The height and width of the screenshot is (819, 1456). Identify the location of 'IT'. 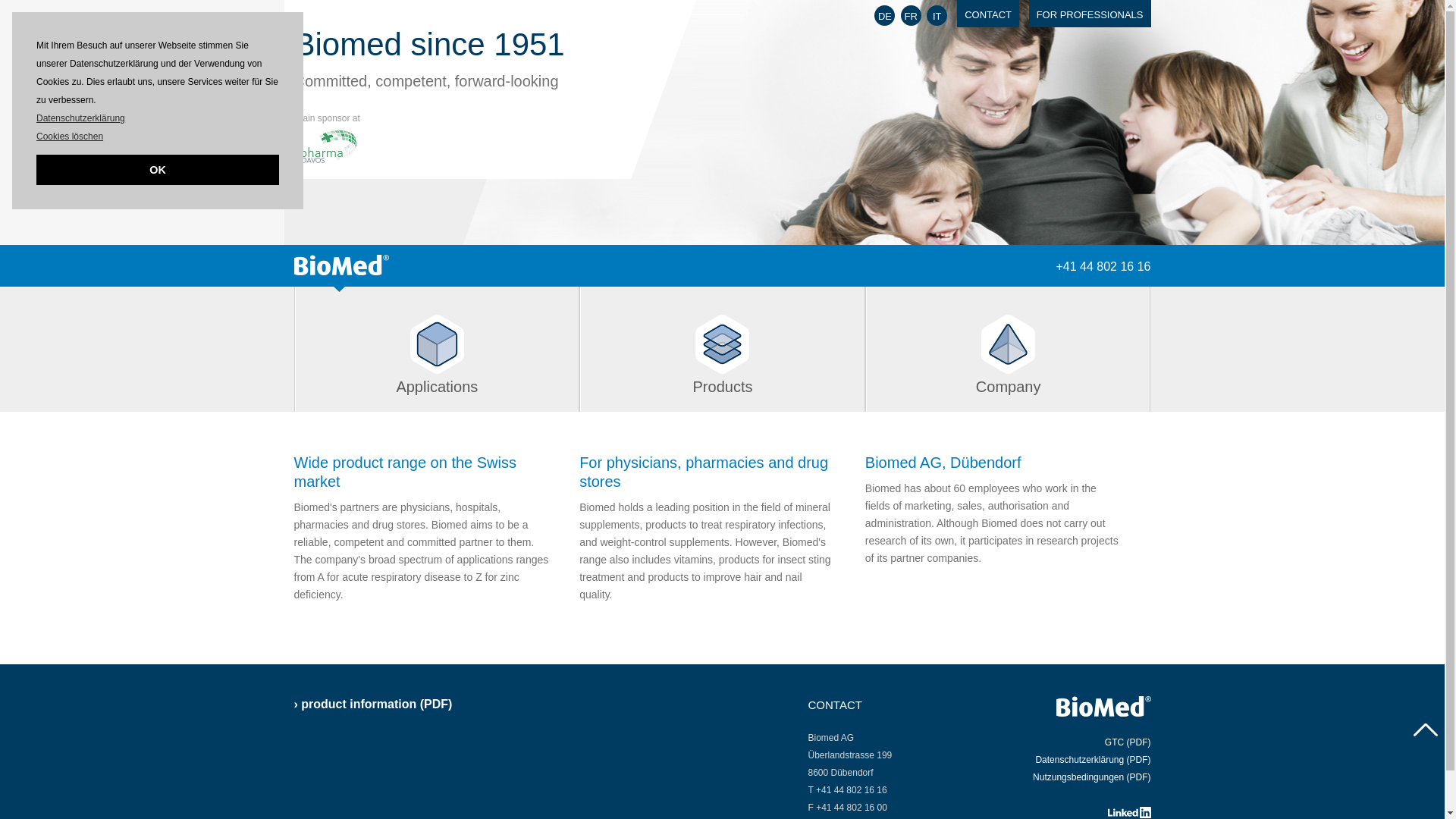
(926, 15).